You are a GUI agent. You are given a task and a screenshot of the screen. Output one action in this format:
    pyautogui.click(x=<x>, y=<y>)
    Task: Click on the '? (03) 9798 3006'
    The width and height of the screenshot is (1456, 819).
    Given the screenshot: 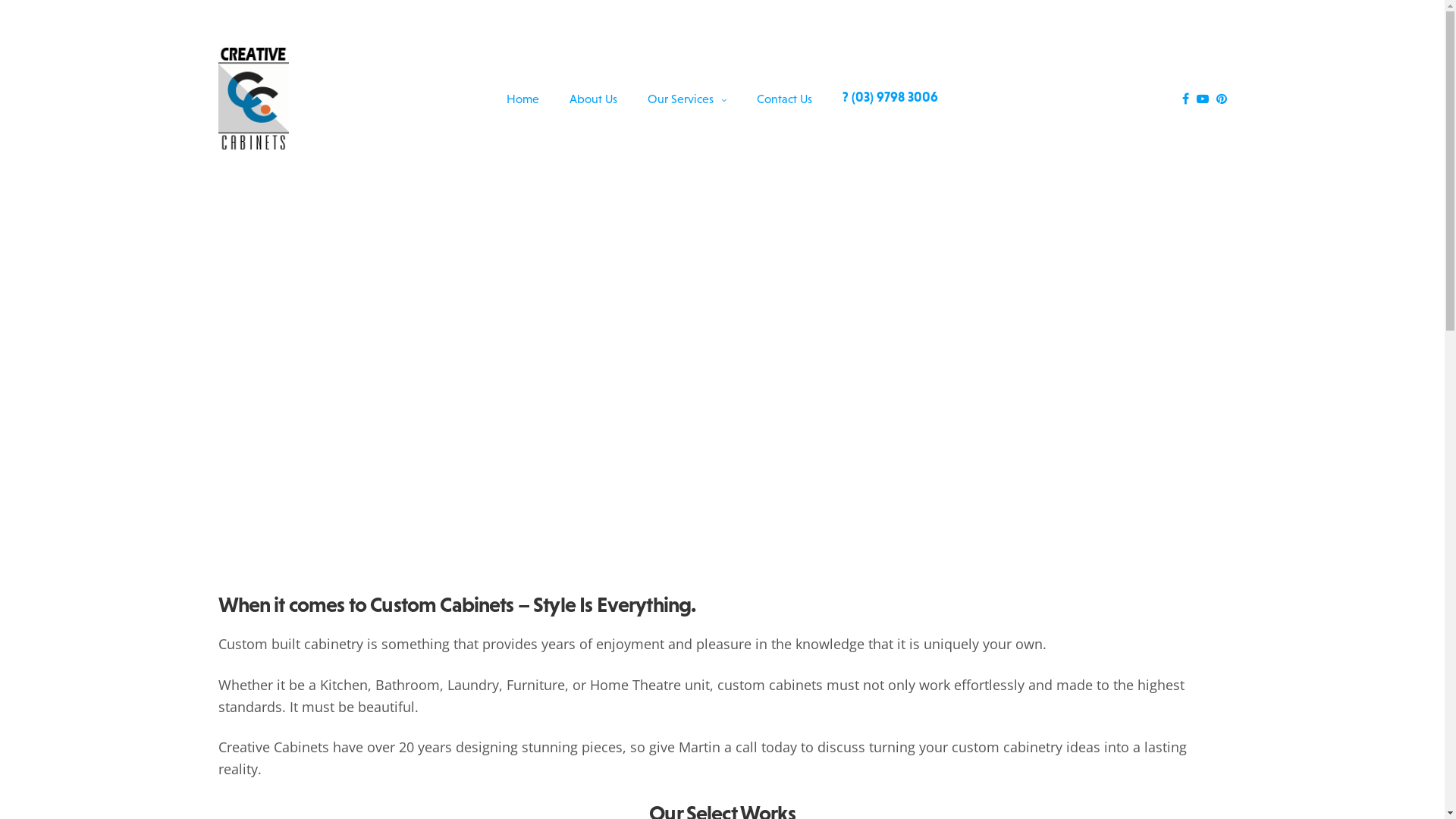 What is the action you would take?
    pyautogui.click(x=890, y=97)
    